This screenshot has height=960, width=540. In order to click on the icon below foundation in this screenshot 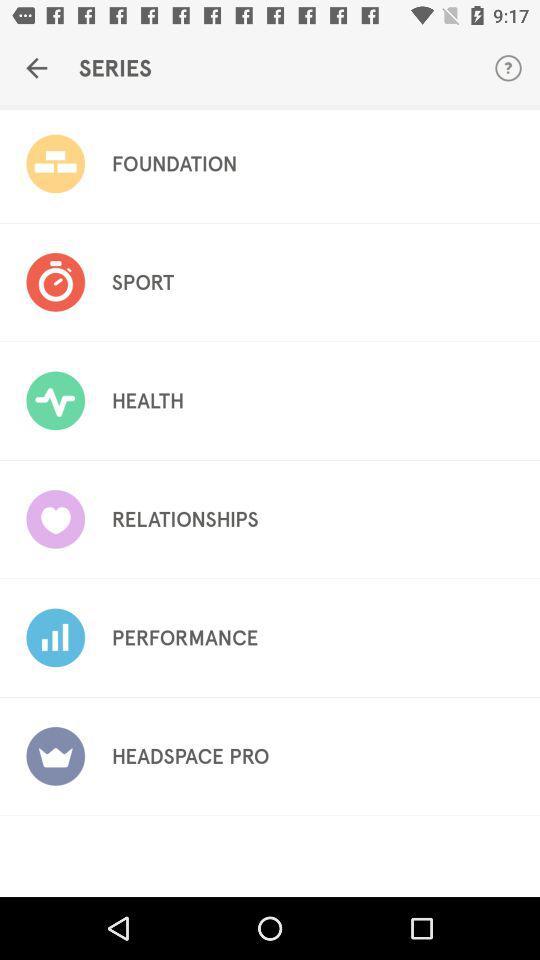, I will do `click(141, 281)`.